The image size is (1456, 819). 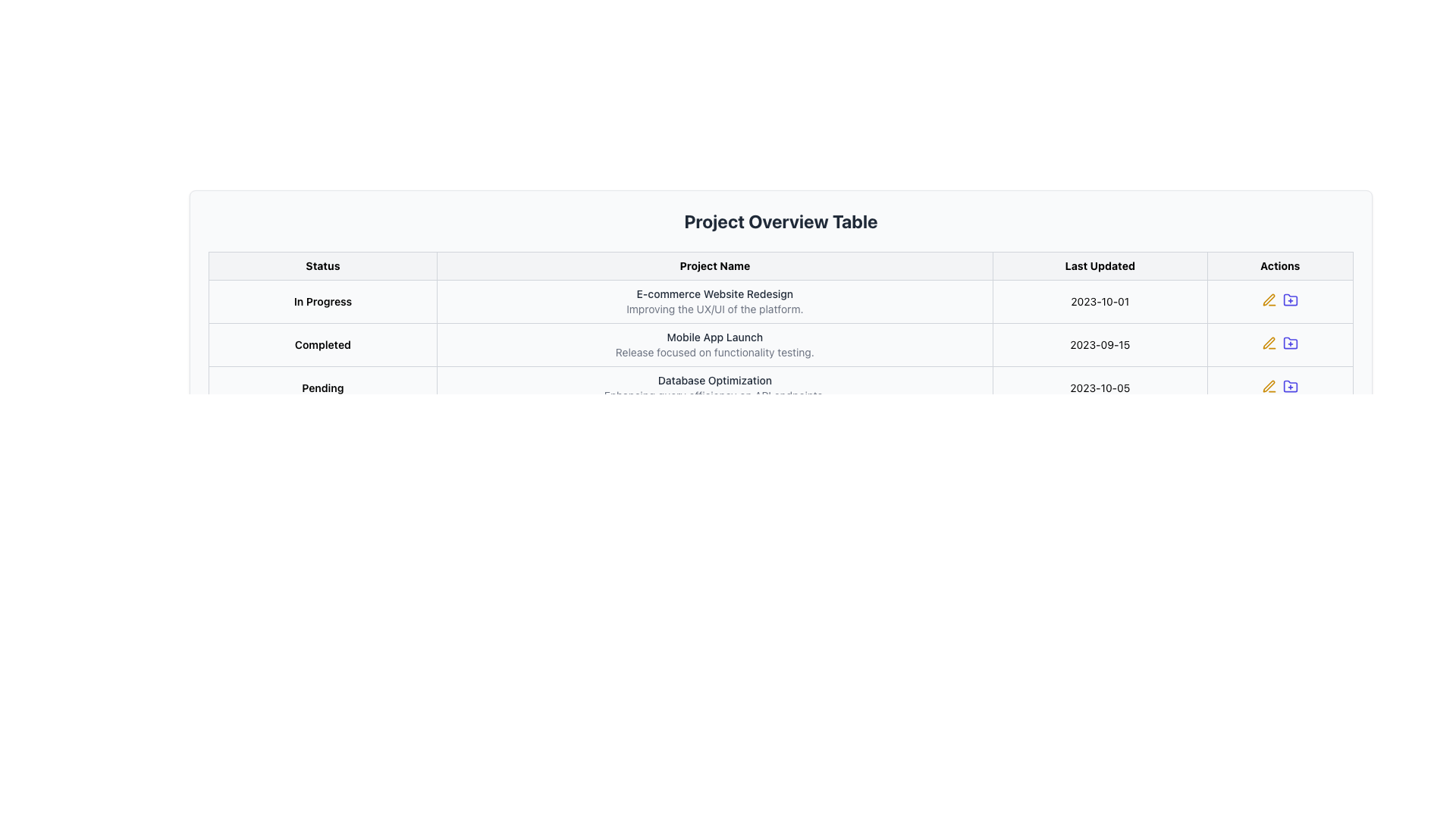 I want to click on the text label that says 'Completed' in the second row of the 'Status' column of the table, which is prominently styled with bold black text on a white background, so click(x=322, y=345).